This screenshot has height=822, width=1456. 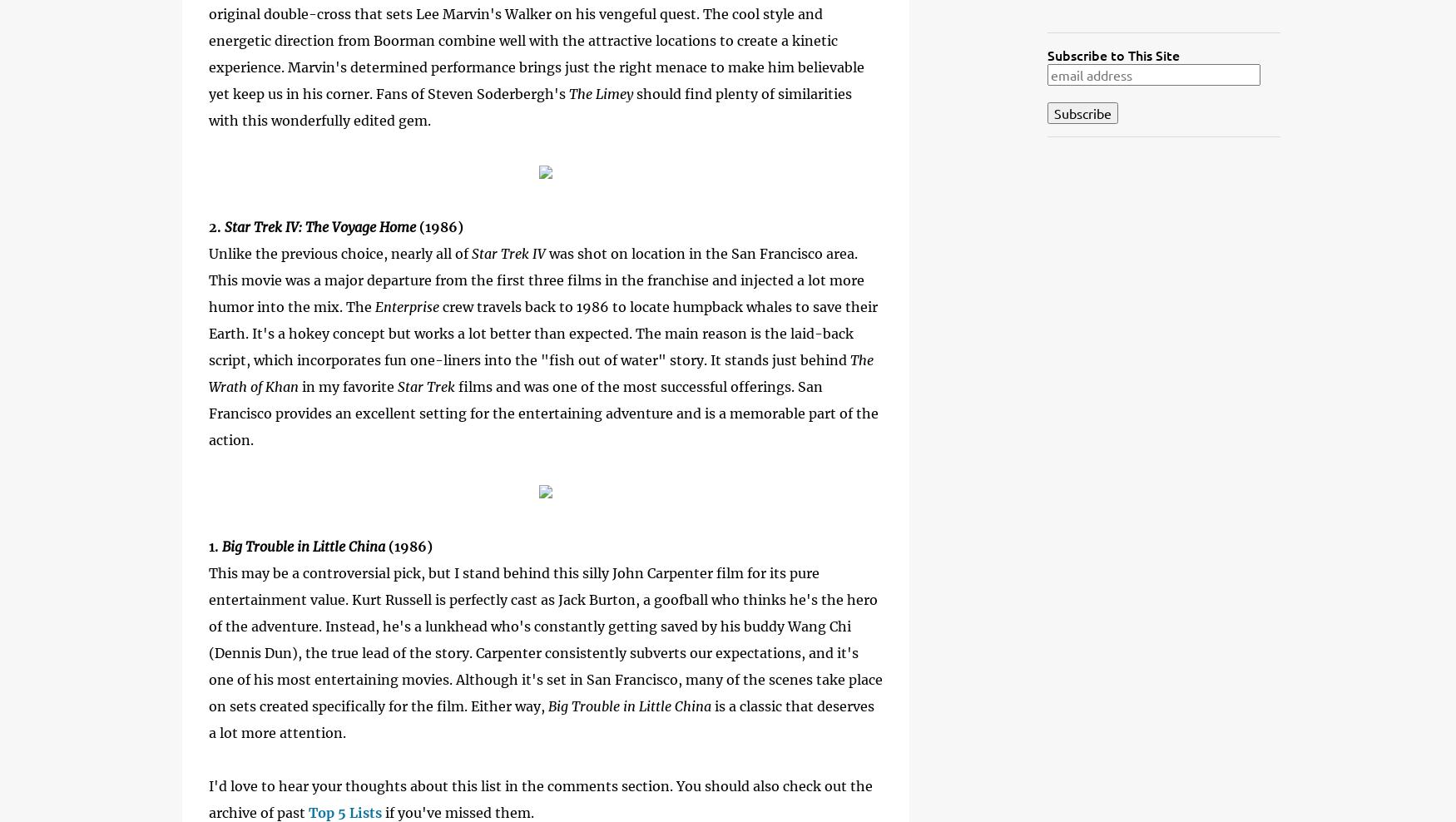 What do you see at coordinates (457, 813) in the screenshot?
I see `'if you've missed them.'` at bounding box center [457, 813].